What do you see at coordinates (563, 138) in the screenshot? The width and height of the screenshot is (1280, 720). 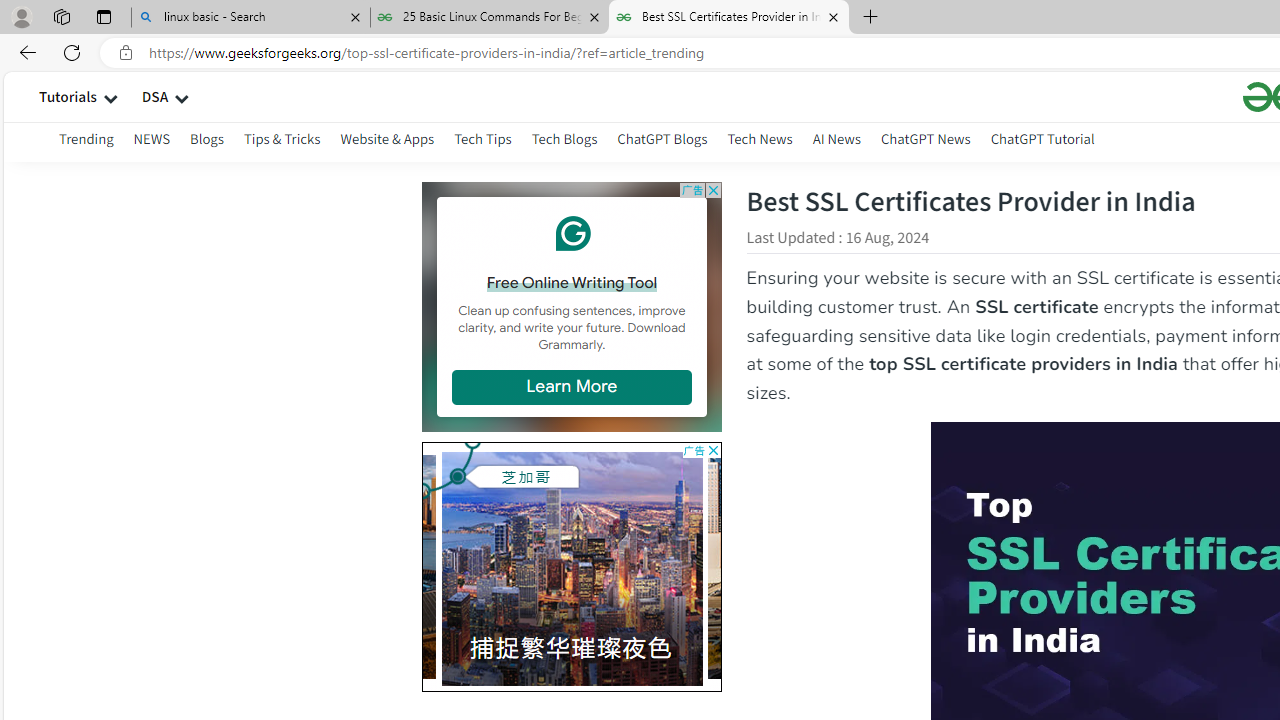 I see `'Tech Blogs'` at bounding box center [563, 138].